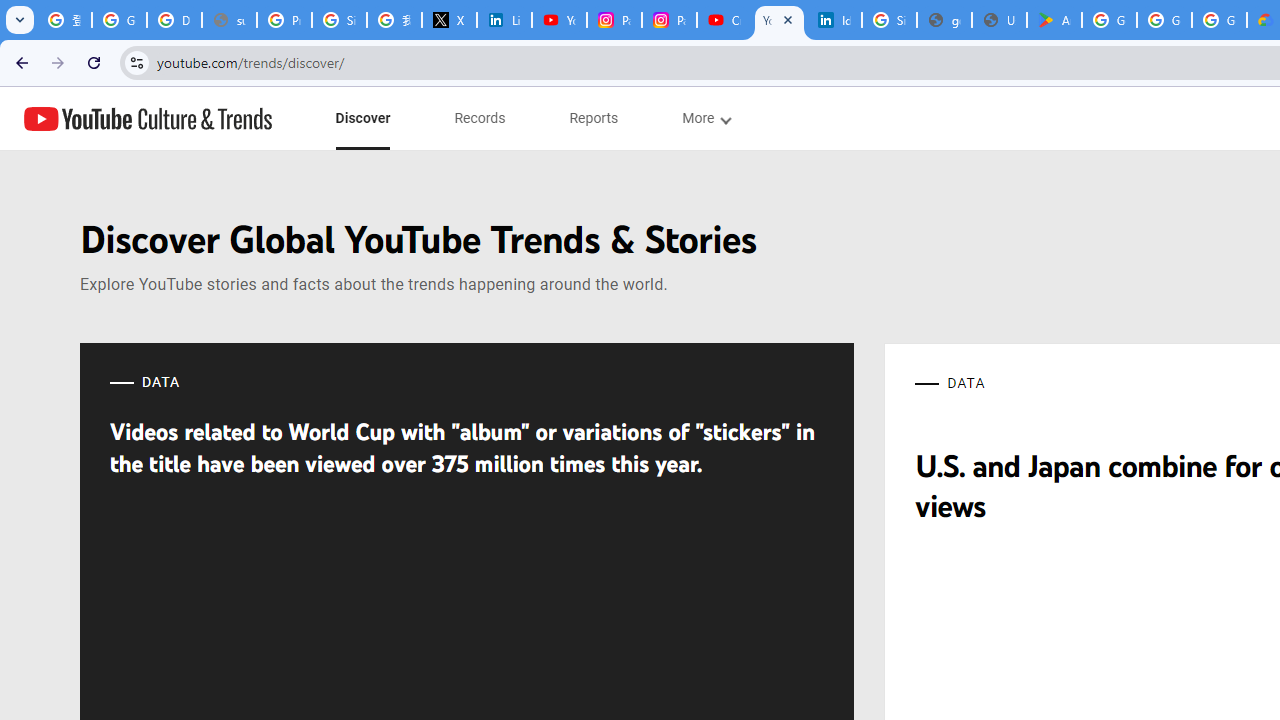 The width and height of the screenshot is (1280, 720). I want to click on 'subnav-Records menupopup', so click(480, 118).